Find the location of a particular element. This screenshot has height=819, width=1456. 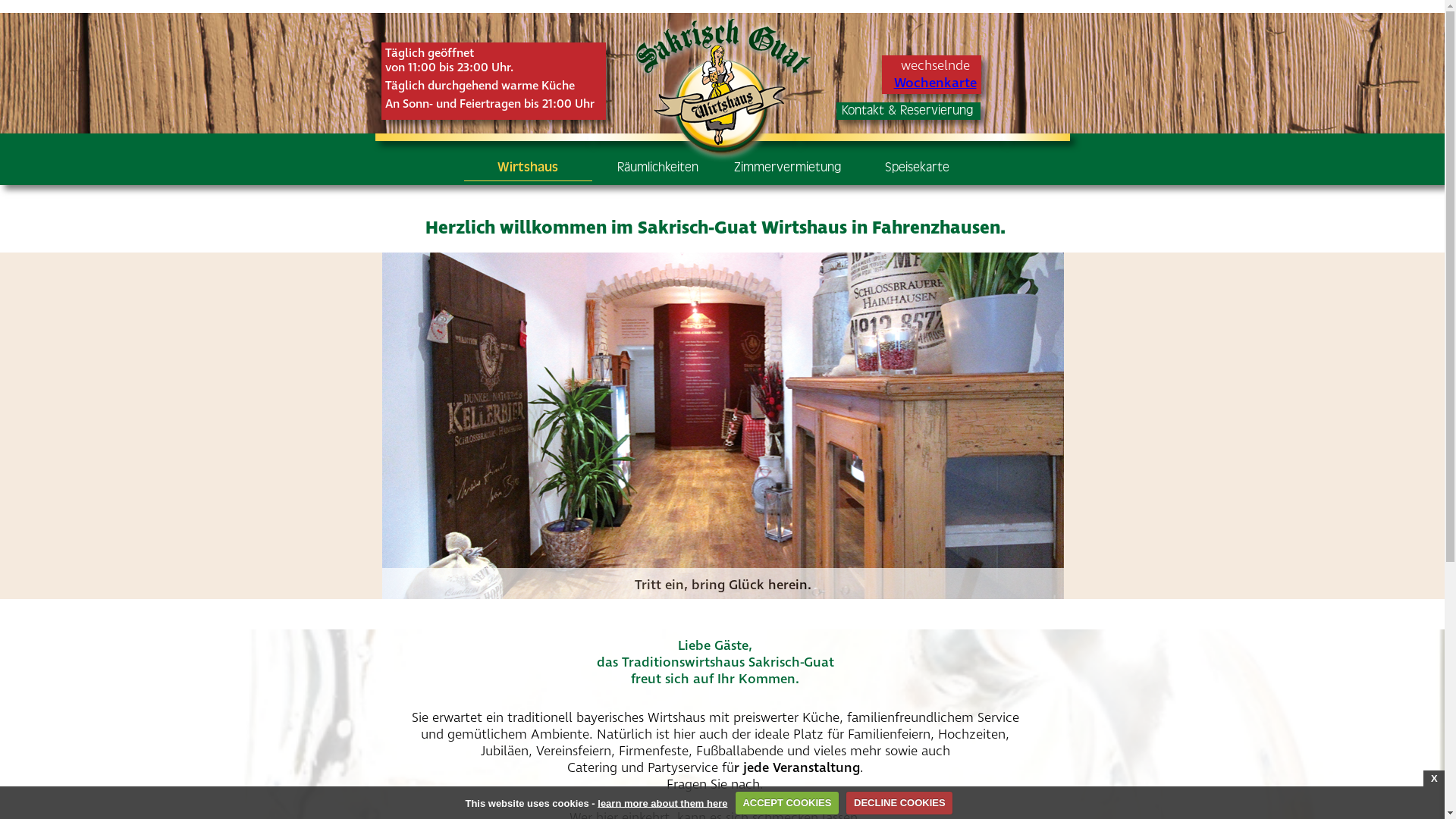

'Wirtshaus' is located at coordinates (528, 168).